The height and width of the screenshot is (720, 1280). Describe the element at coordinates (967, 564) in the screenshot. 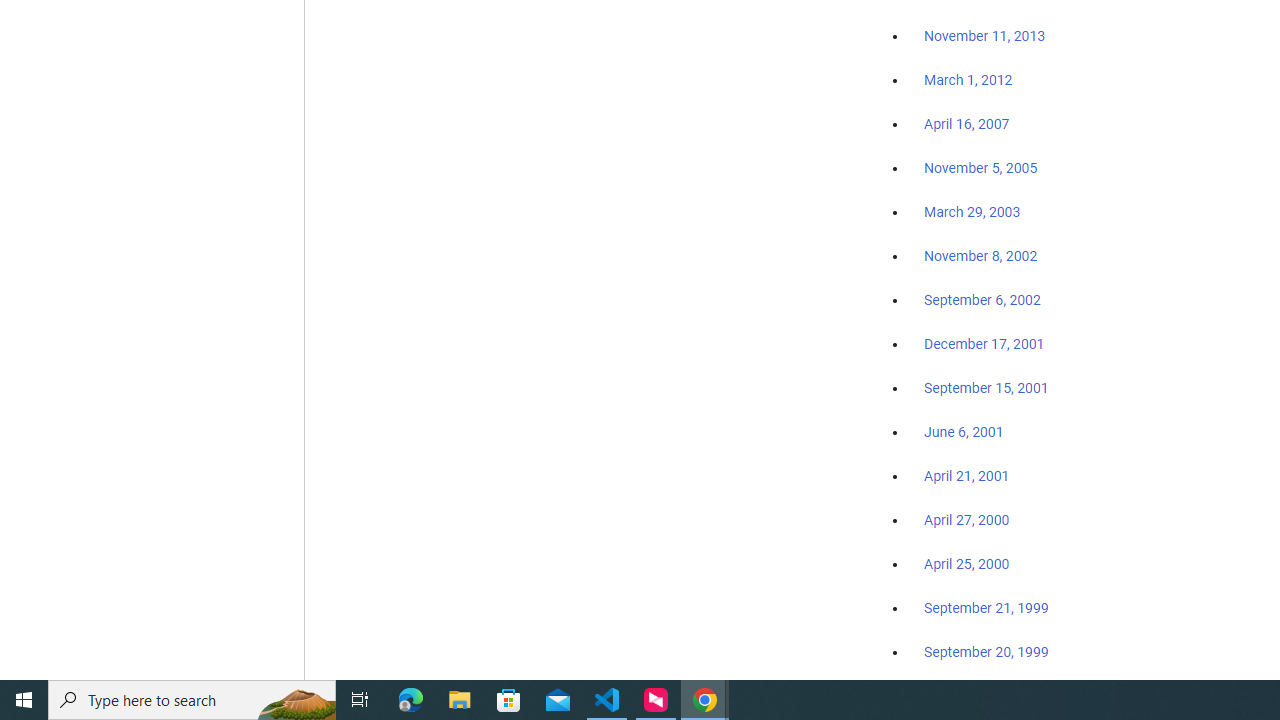

I see `'April 25, 2000'` at that location.